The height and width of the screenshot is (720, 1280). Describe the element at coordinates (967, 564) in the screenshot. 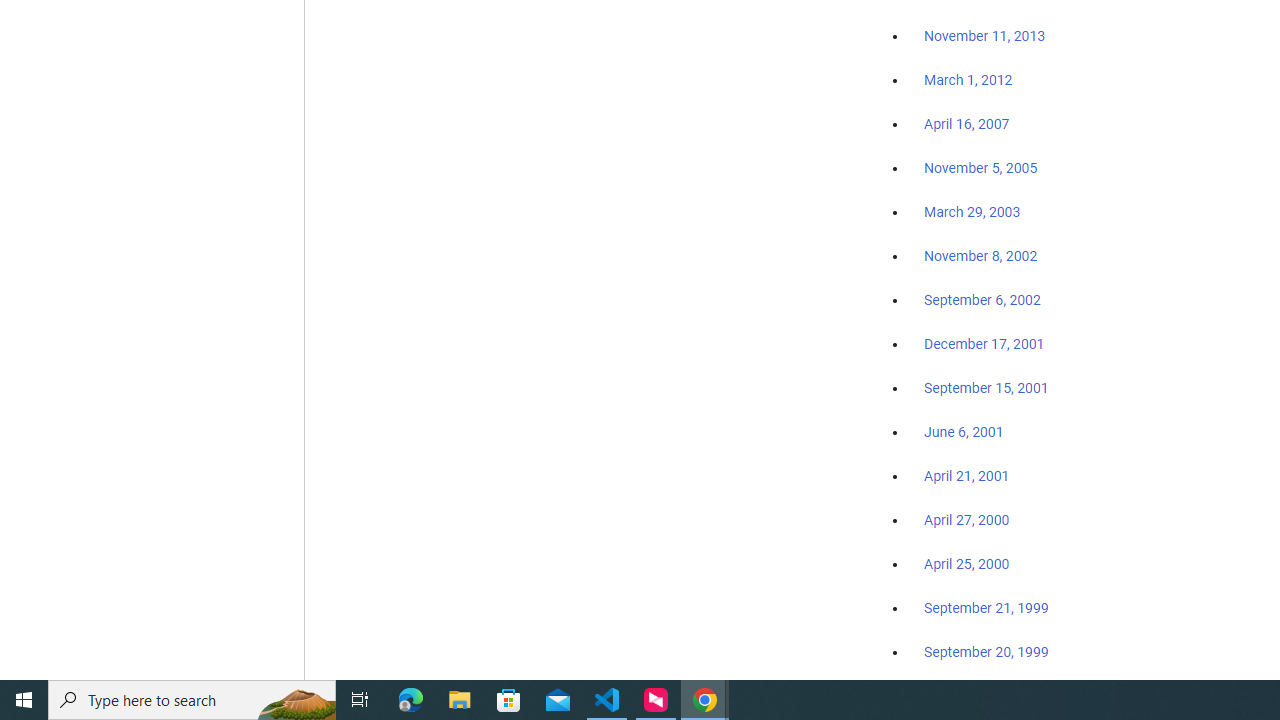

I see `'April 25, 2000'` at that location.